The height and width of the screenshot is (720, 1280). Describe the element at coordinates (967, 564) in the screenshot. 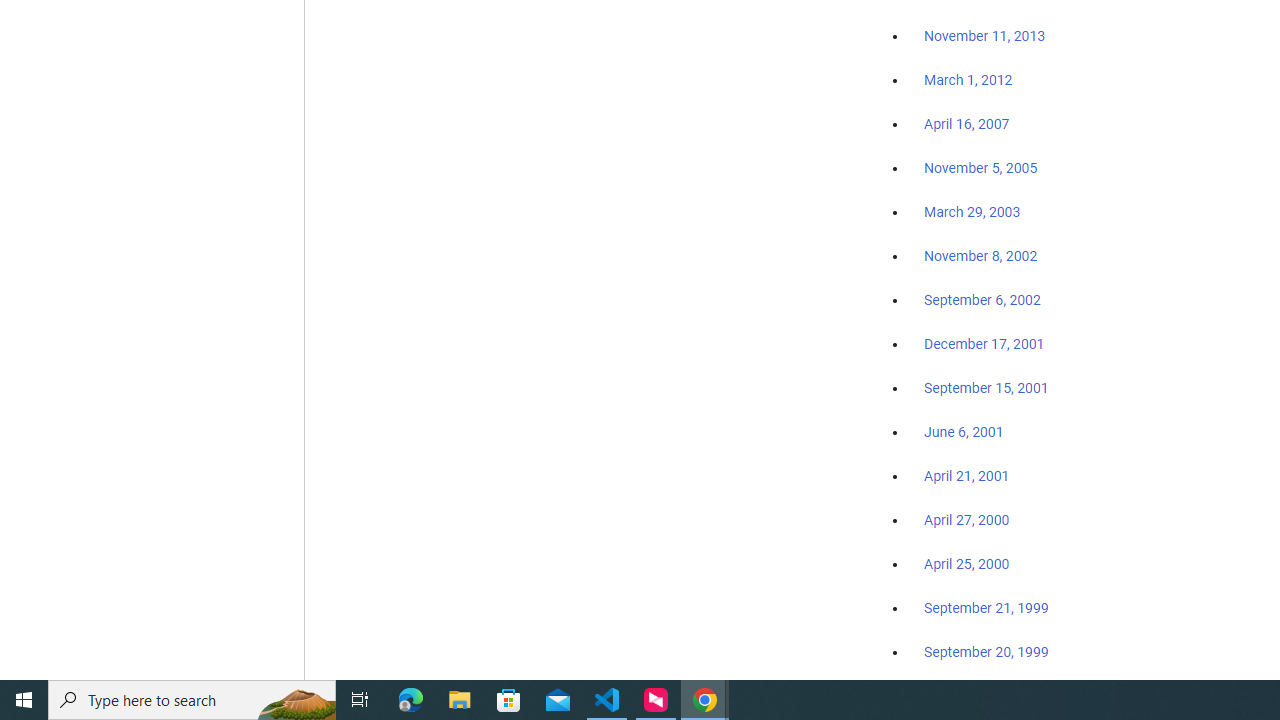

I see `'April 25, 2000'` at that location.